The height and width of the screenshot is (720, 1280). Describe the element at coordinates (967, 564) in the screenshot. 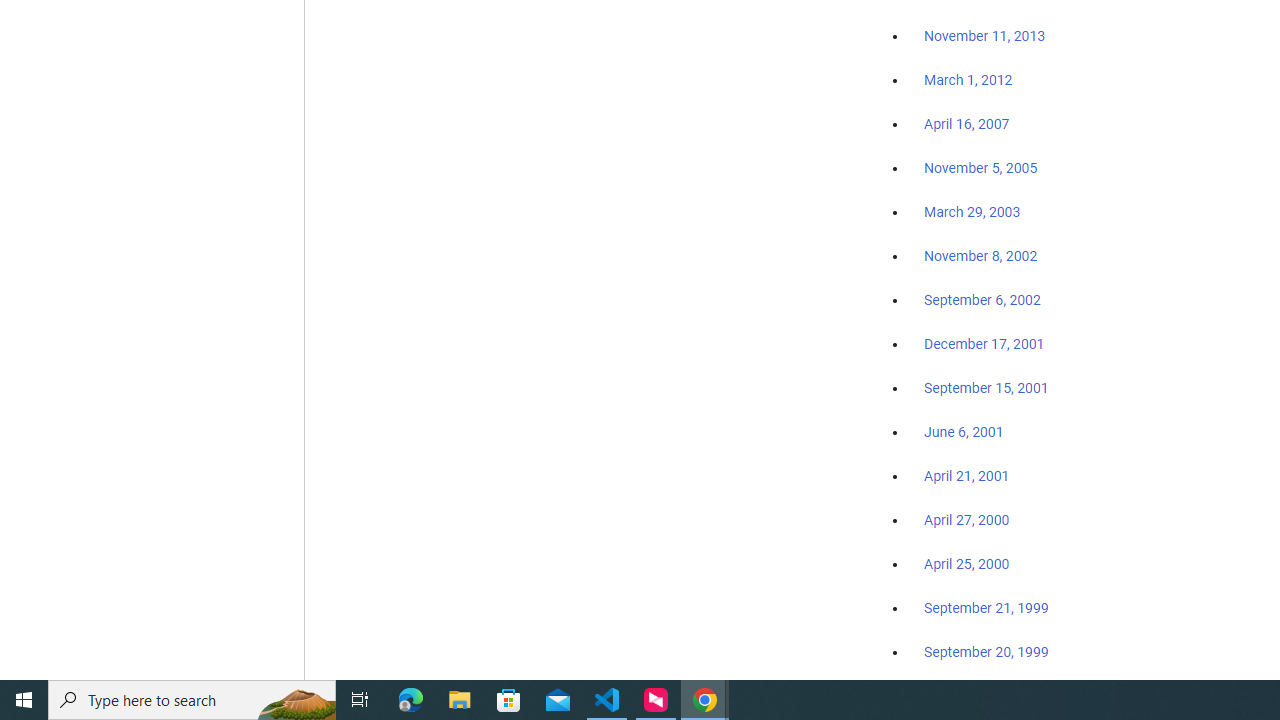

I see `'April 25, 2000'` at that location.